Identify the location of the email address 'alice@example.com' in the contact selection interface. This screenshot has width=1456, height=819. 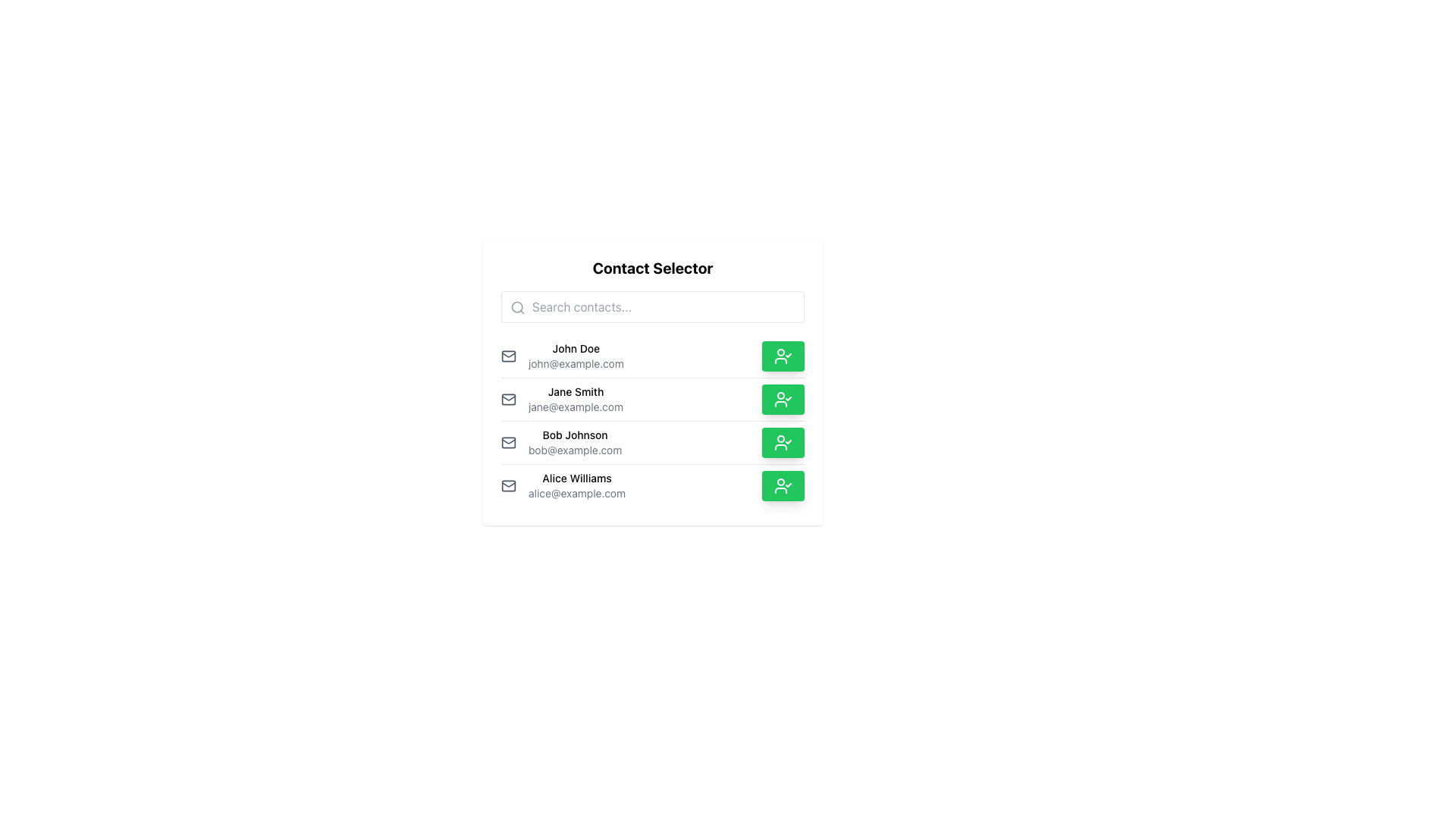
(652, 485).